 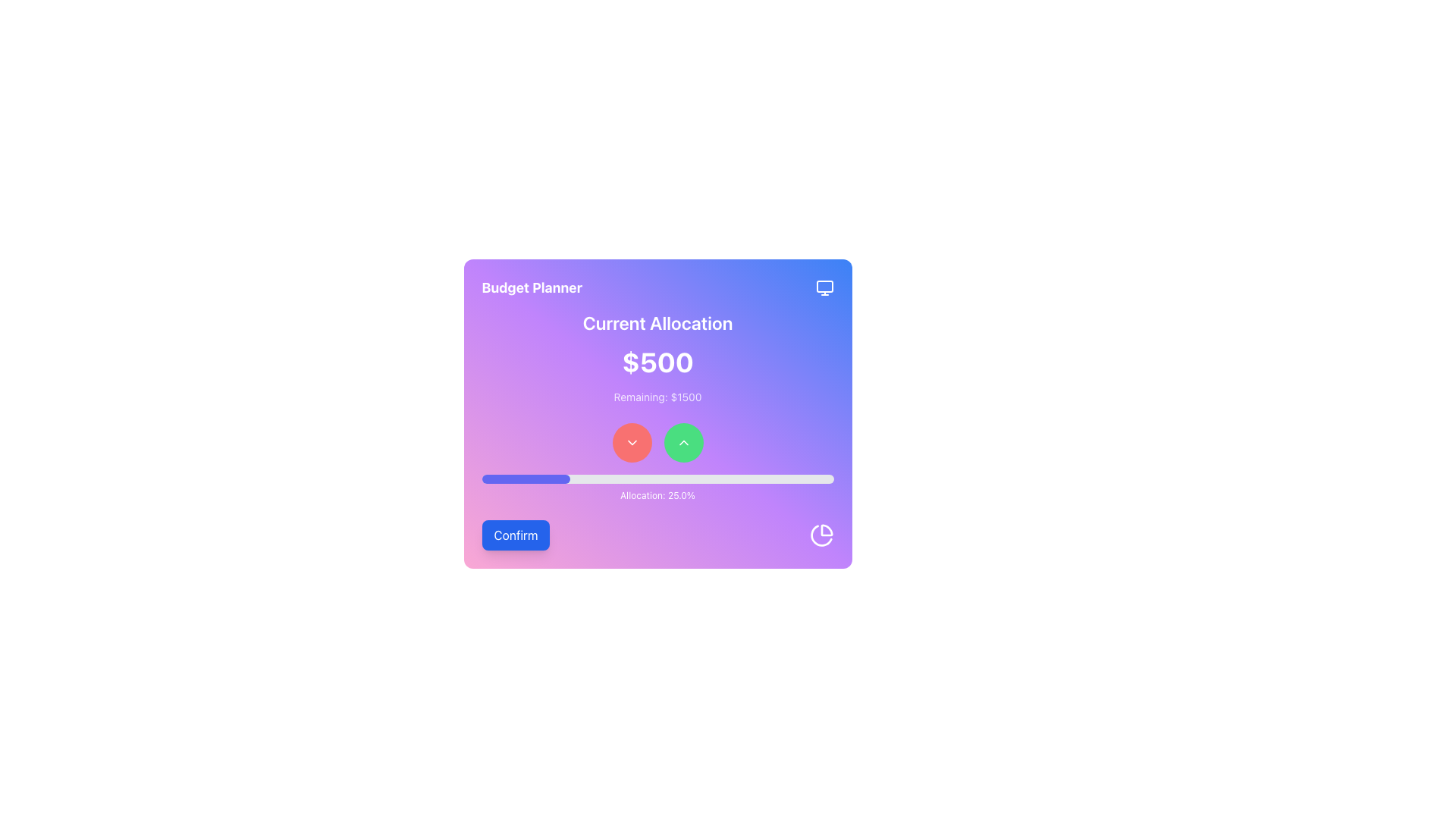 I want to click on the Text Display element that shows 'Current Allocation', '$500', and 'Remaining: $1500', which is centrally located with a gradient background, so click(x=657, y=357).